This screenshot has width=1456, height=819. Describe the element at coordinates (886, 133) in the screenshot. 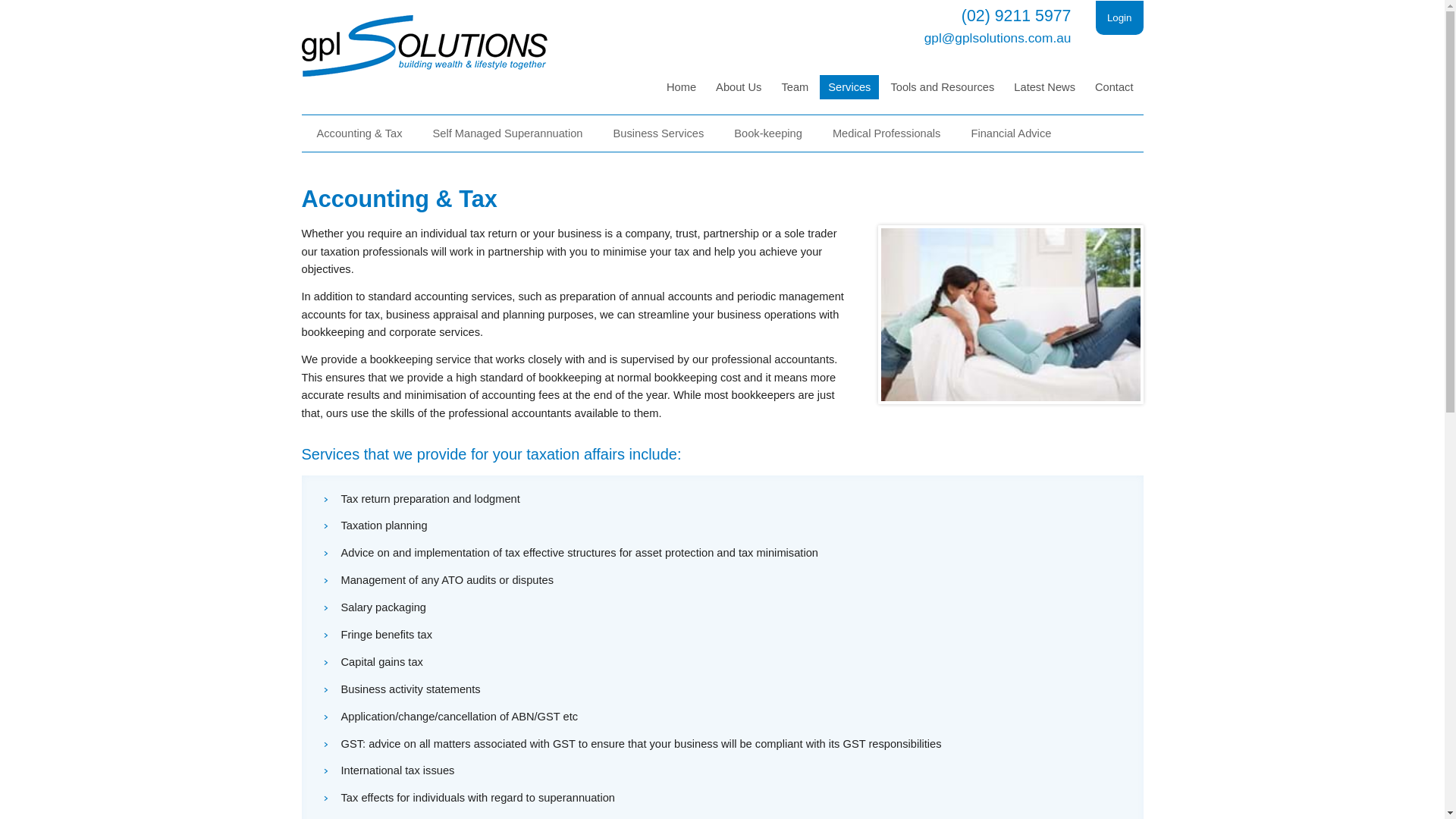

I see `'Medical Professionals'` at that location.